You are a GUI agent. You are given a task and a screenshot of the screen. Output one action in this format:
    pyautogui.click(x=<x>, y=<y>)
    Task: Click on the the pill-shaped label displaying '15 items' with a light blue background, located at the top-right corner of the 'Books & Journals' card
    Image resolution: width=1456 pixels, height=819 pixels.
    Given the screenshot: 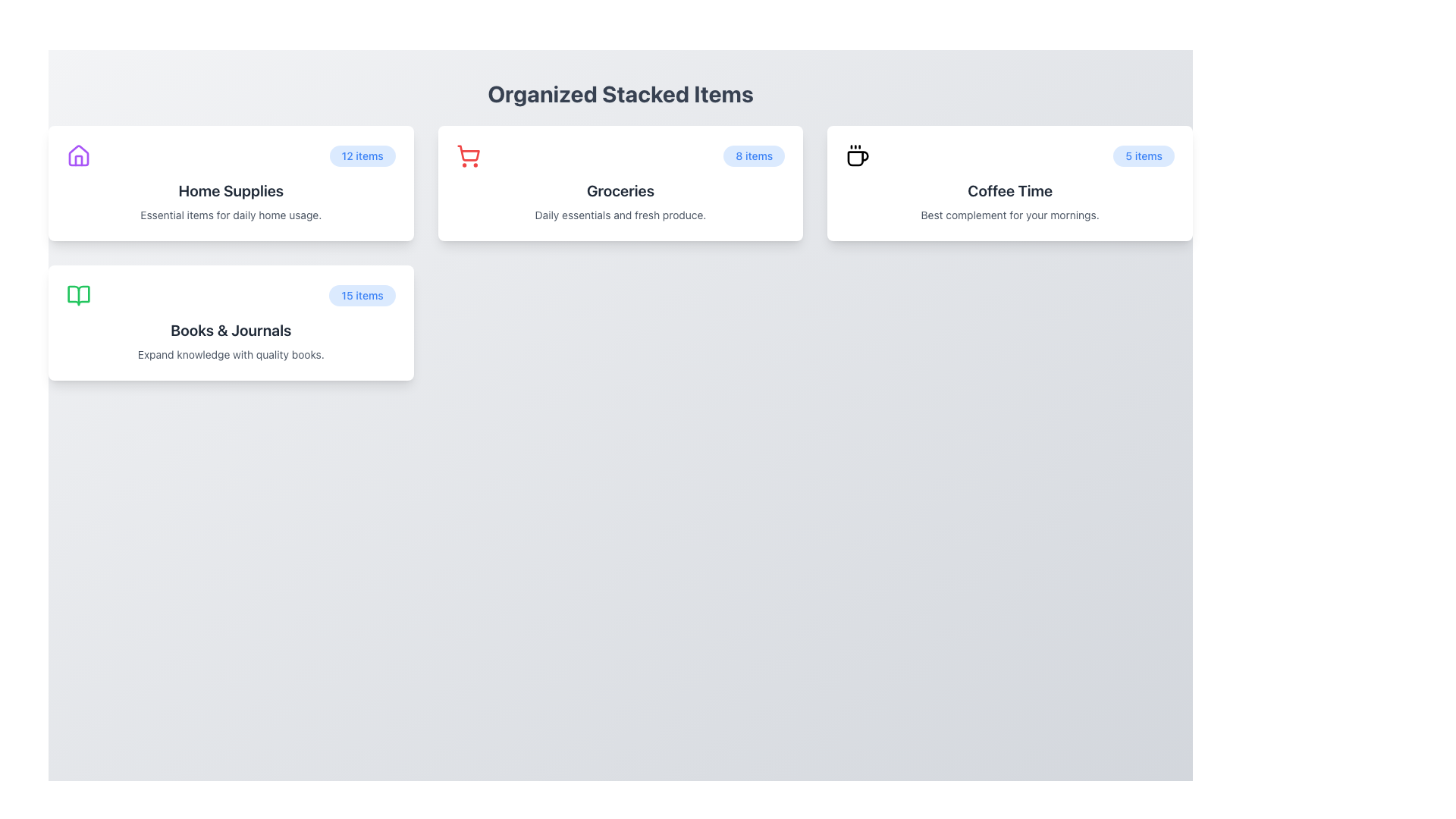 What is the action you would take?
    pyautogui.click(x=362, y=295)
    